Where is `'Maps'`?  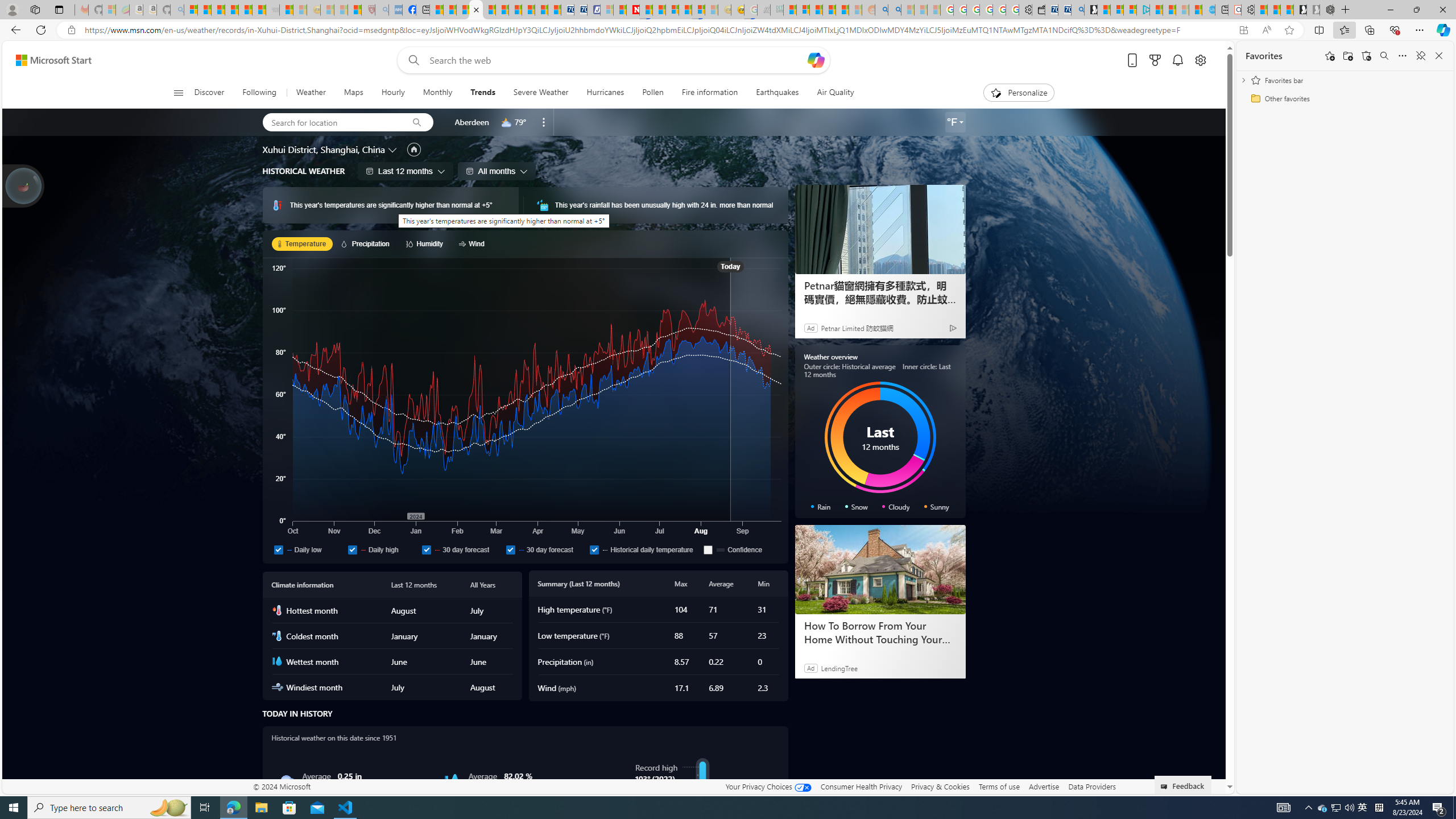
'Maps' is located at coordinates (353, 92).